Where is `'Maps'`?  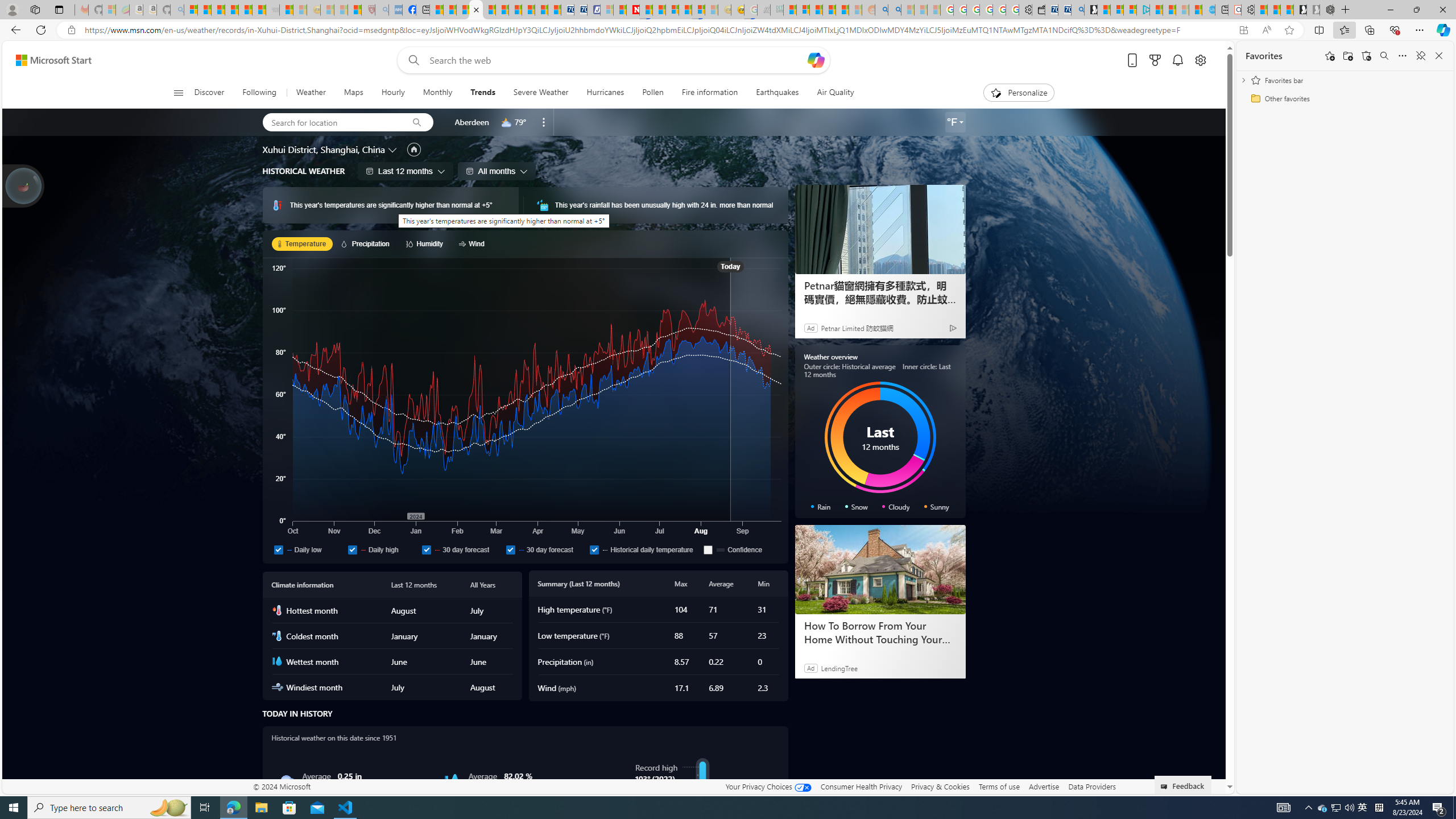
'Maps' is located at coordinates (353, 92).